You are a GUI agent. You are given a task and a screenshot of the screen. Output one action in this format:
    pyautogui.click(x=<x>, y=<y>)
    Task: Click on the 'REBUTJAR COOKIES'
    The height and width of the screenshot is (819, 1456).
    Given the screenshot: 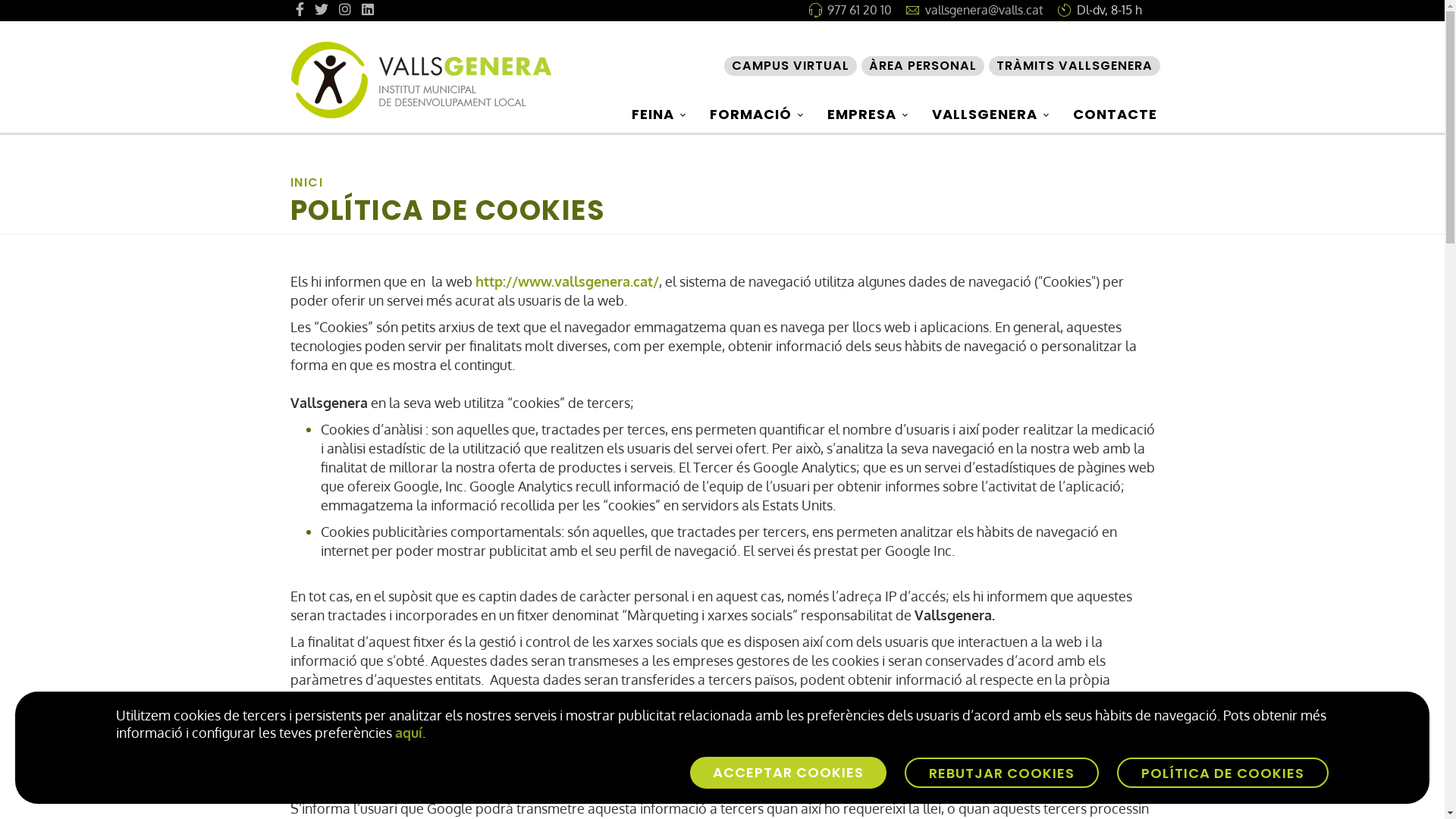 What is the action you would take?
    pyautogui.click(x=1001, y=772)
    